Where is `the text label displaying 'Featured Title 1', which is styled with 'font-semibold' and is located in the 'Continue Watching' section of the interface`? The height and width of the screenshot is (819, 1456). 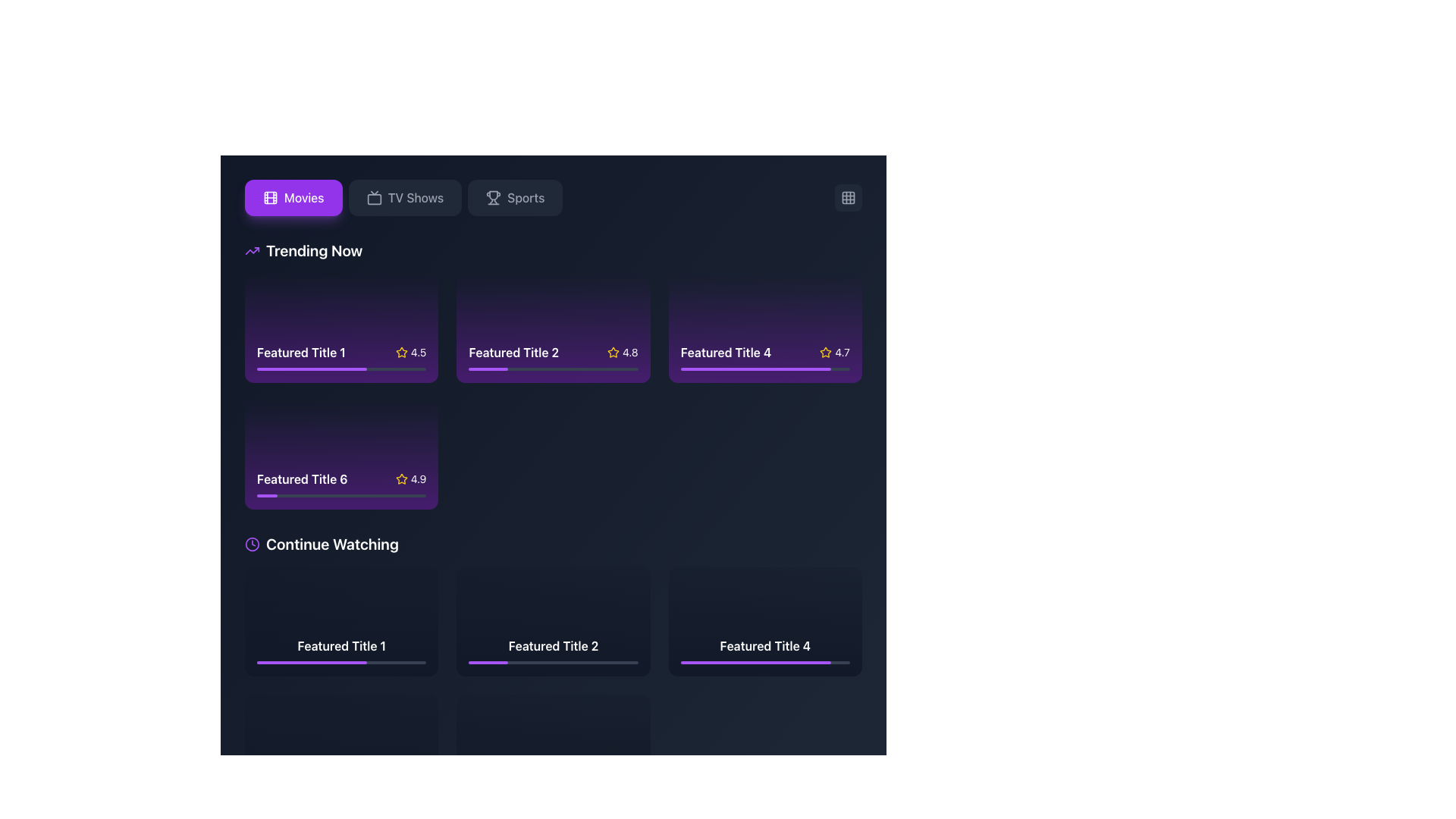 the text label displaying 'Featured Title 1', which is styled with 'font-semibold' and is located in the 'Continue Watching' section of the interface is located at coordinates (340, 645).